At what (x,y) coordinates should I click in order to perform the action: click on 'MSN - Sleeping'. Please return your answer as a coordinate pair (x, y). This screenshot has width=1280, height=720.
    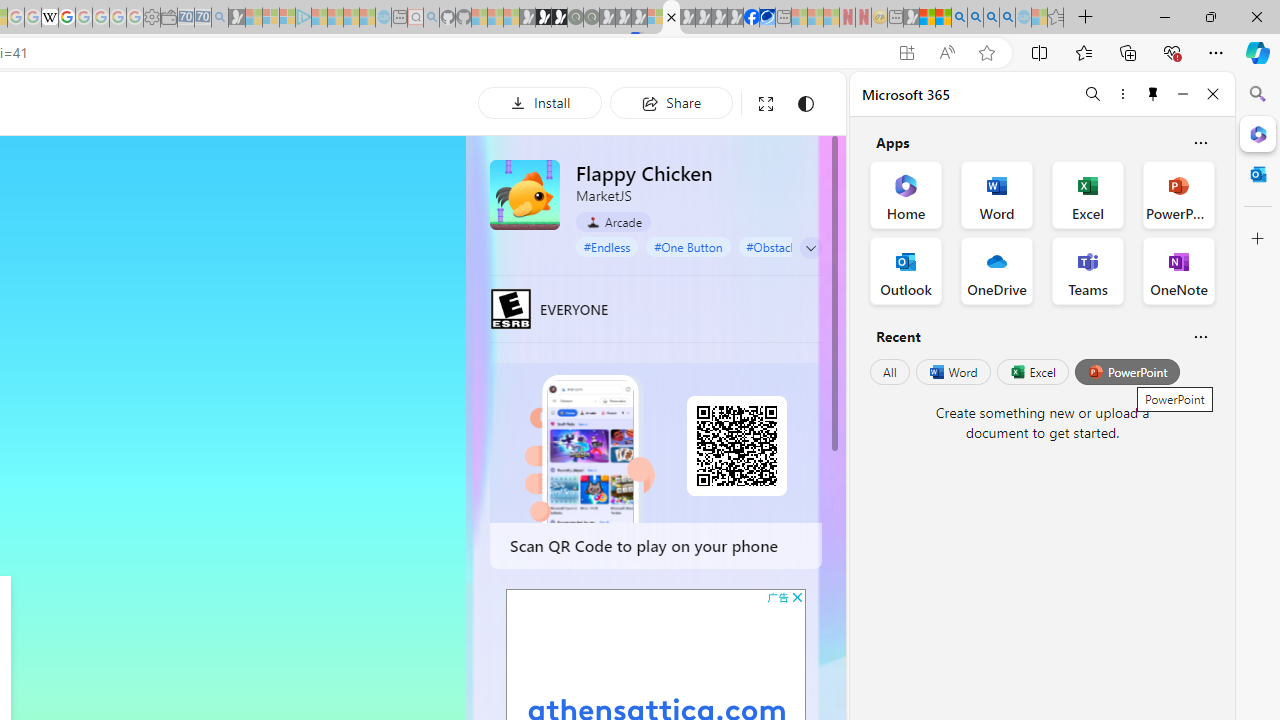
    Looking at the image, I should click on (910, 17).